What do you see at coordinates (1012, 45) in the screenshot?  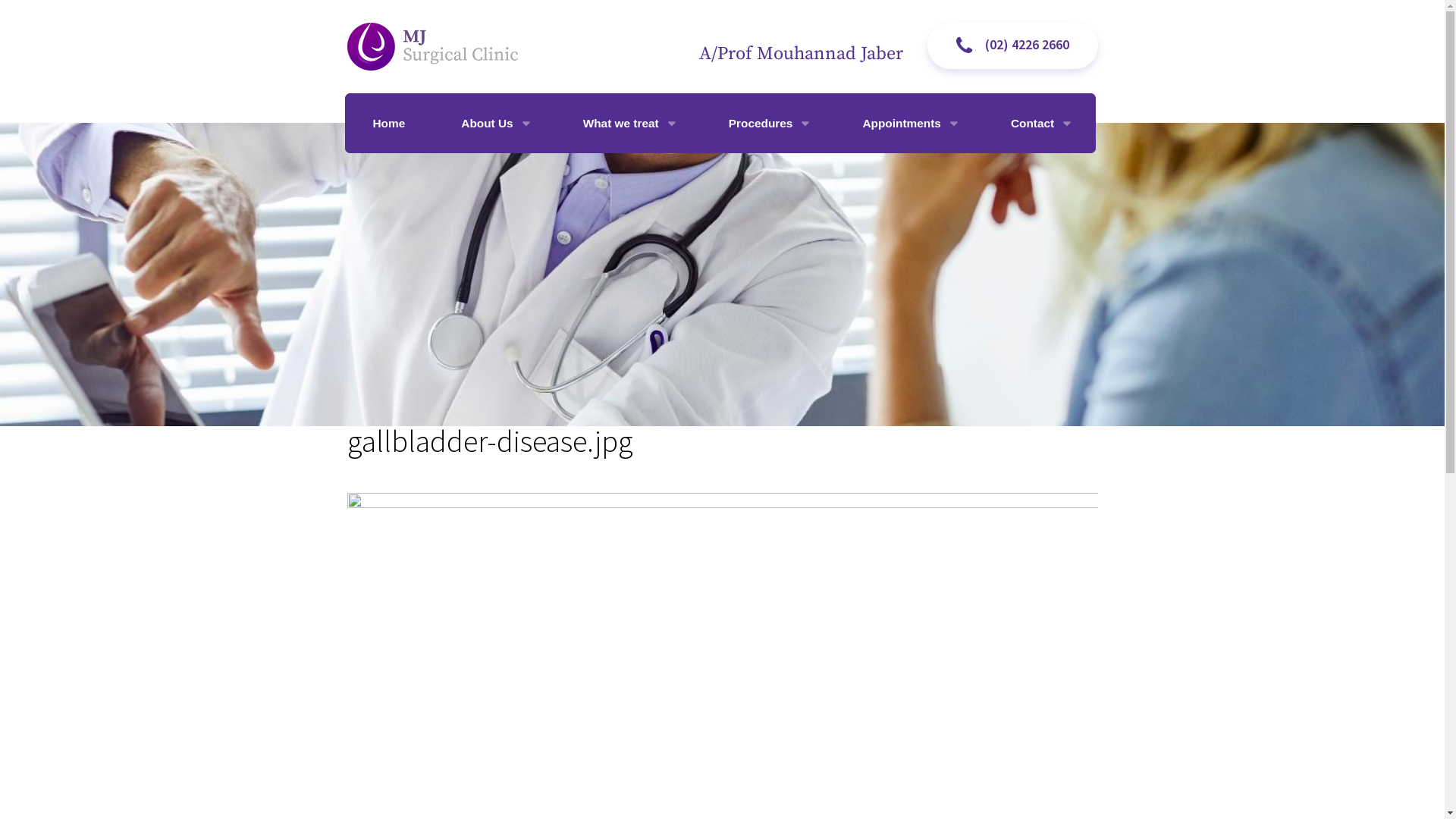 I see `'(02) 4226 2660'` at bounding box center [1012, 45].